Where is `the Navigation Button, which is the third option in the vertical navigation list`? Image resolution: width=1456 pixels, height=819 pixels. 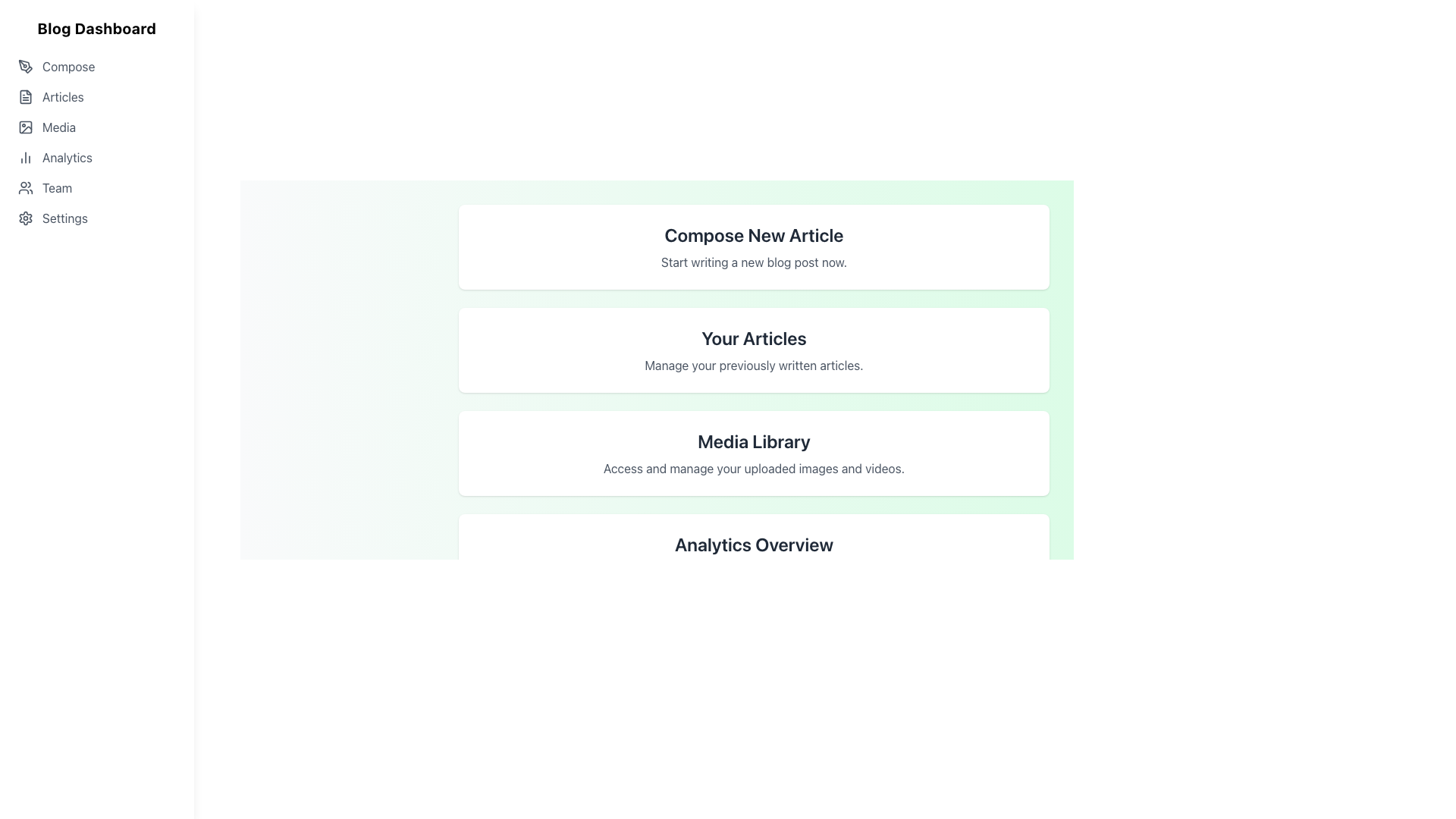
the Navigation Button, which is the third option in the vertical navigation list is located at coordinates (96, 127).